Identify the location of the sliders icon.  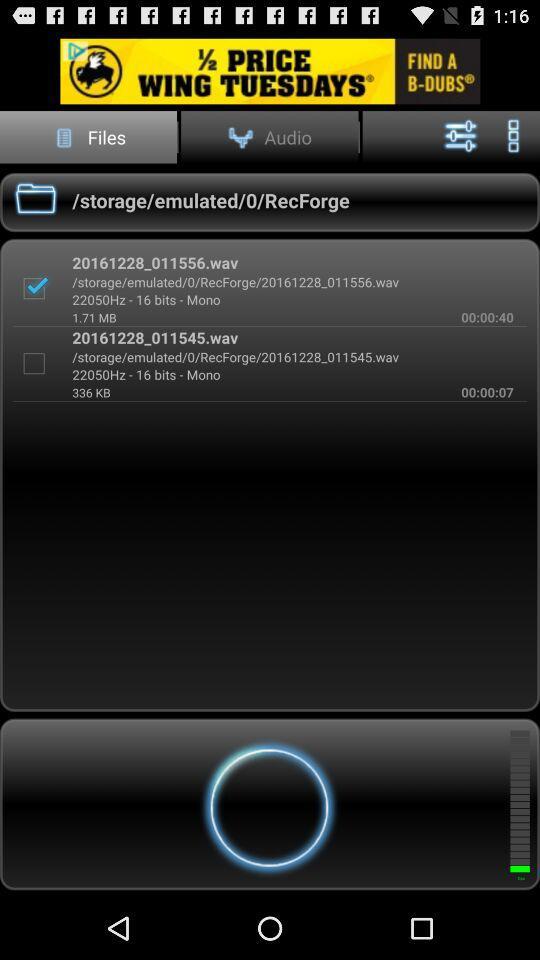
(461, 144).